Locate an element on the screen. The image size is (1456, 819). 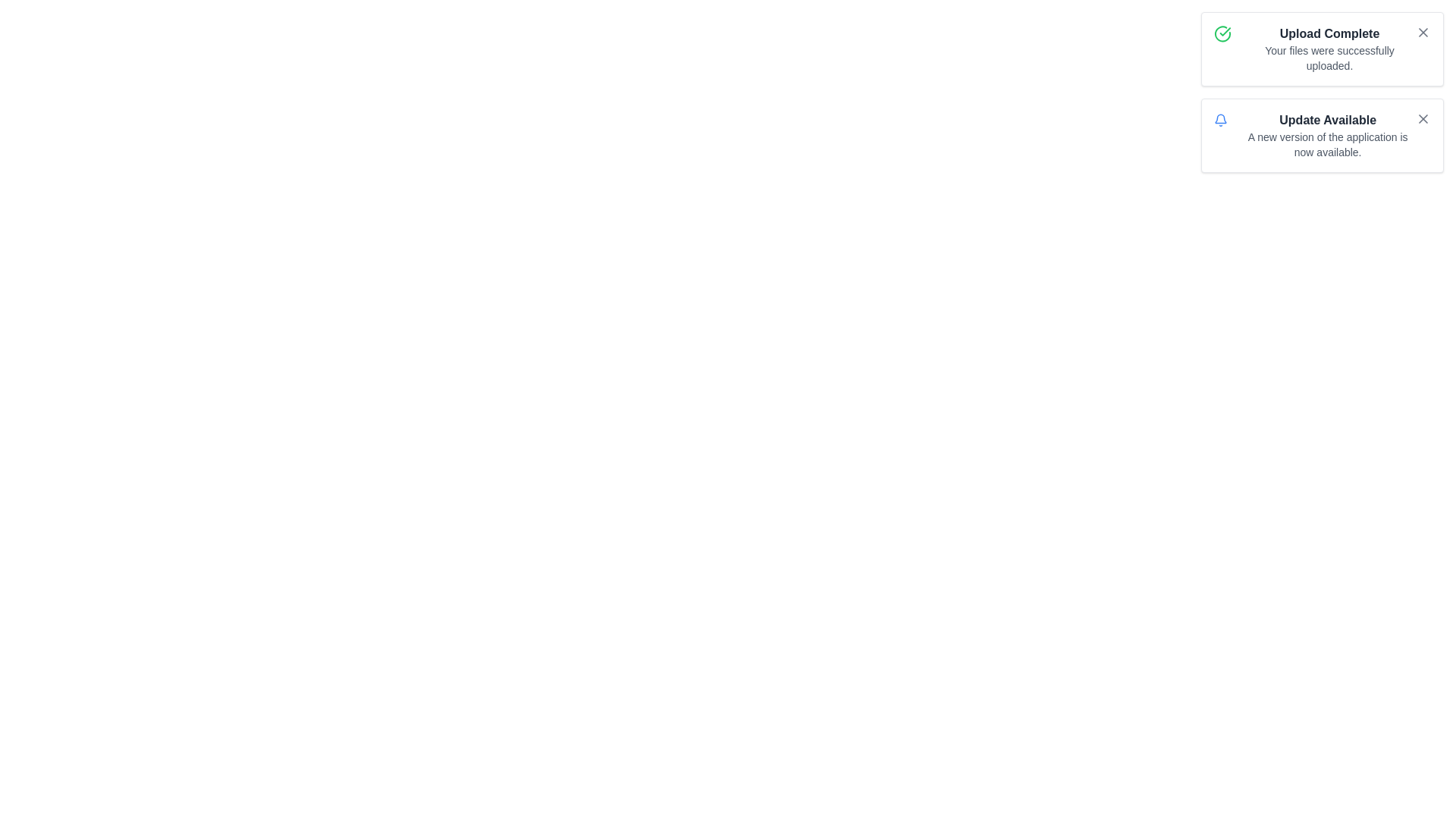
message displayed in the text label that shows 'A new version of the application is now available.' is located at coordinates (1327, 145).